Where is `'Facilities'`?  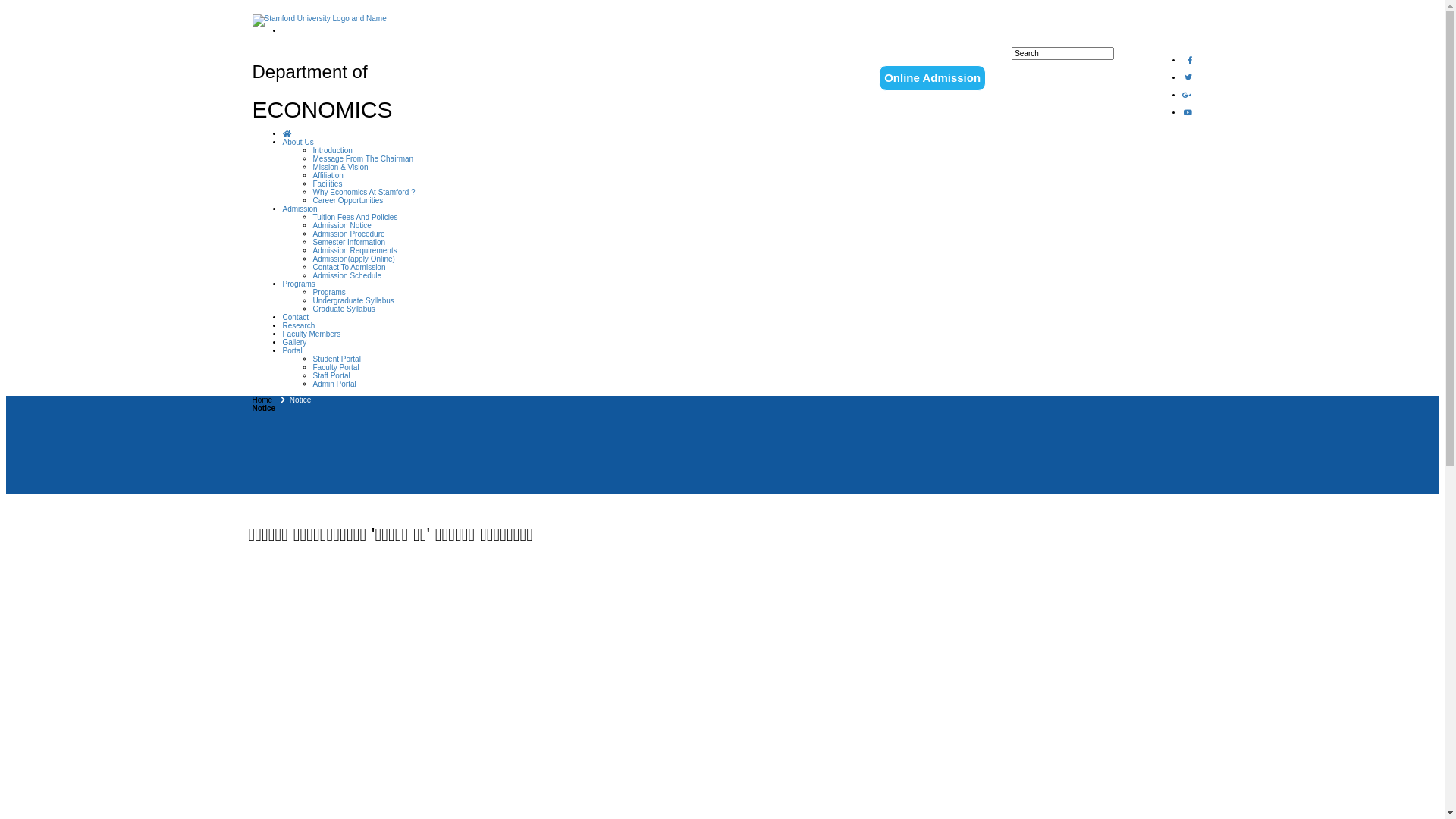 'Facilities' is located at coordinates (326, 183).